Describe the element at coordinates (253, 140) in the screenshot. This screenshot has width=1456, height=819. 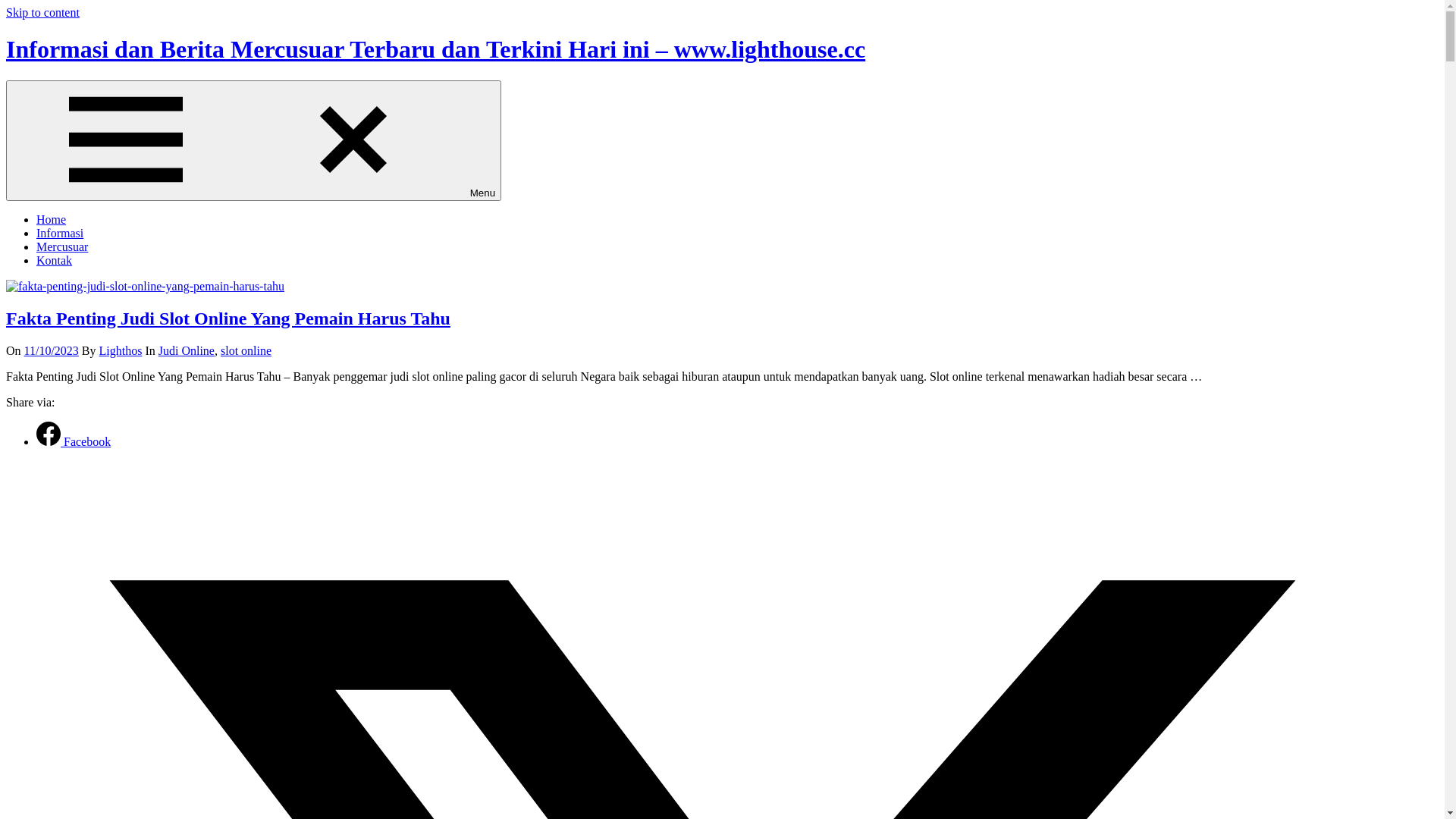
I see `'Menu'` at that location.